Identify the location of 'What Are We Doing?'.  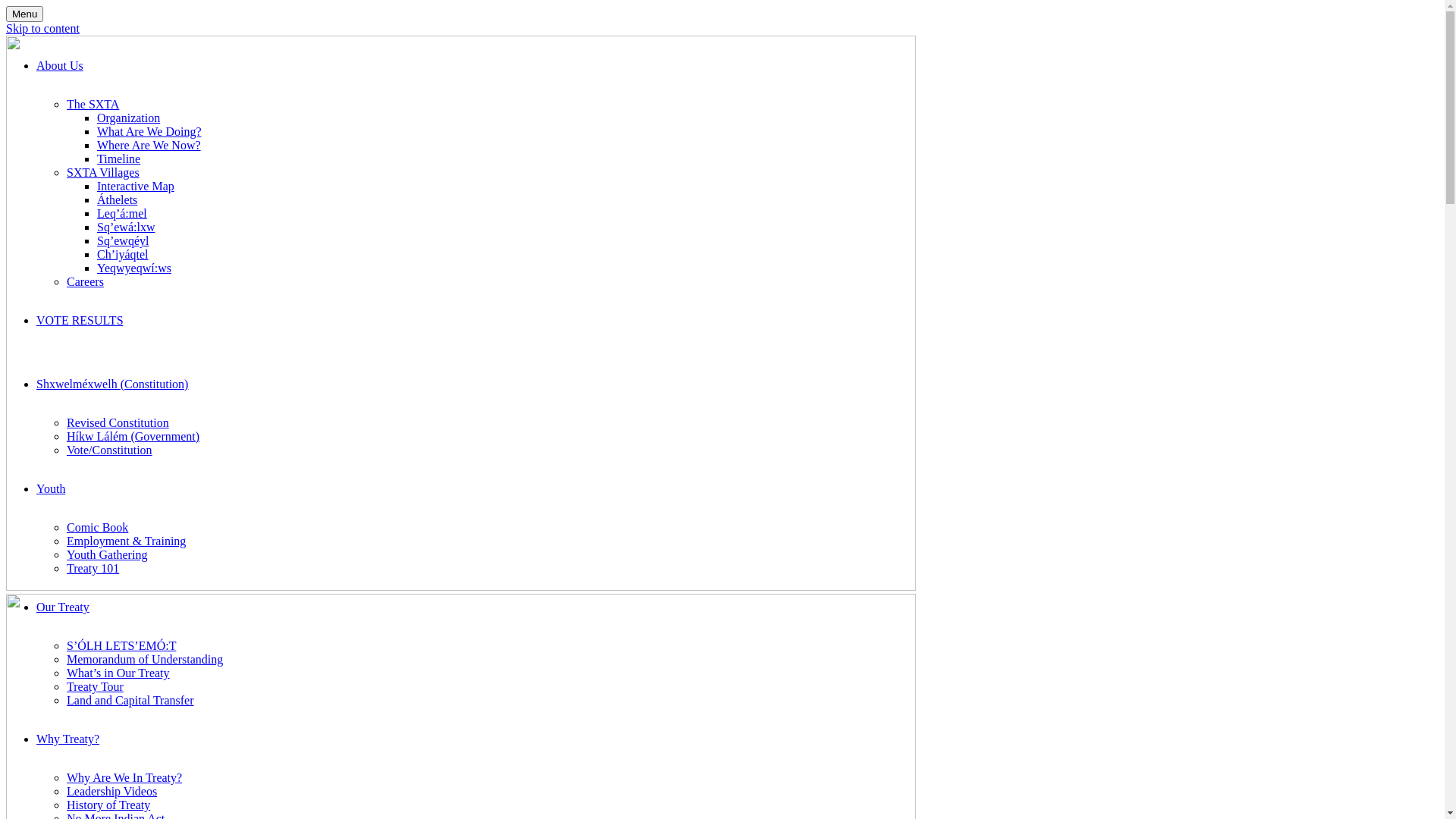
(149, 130).